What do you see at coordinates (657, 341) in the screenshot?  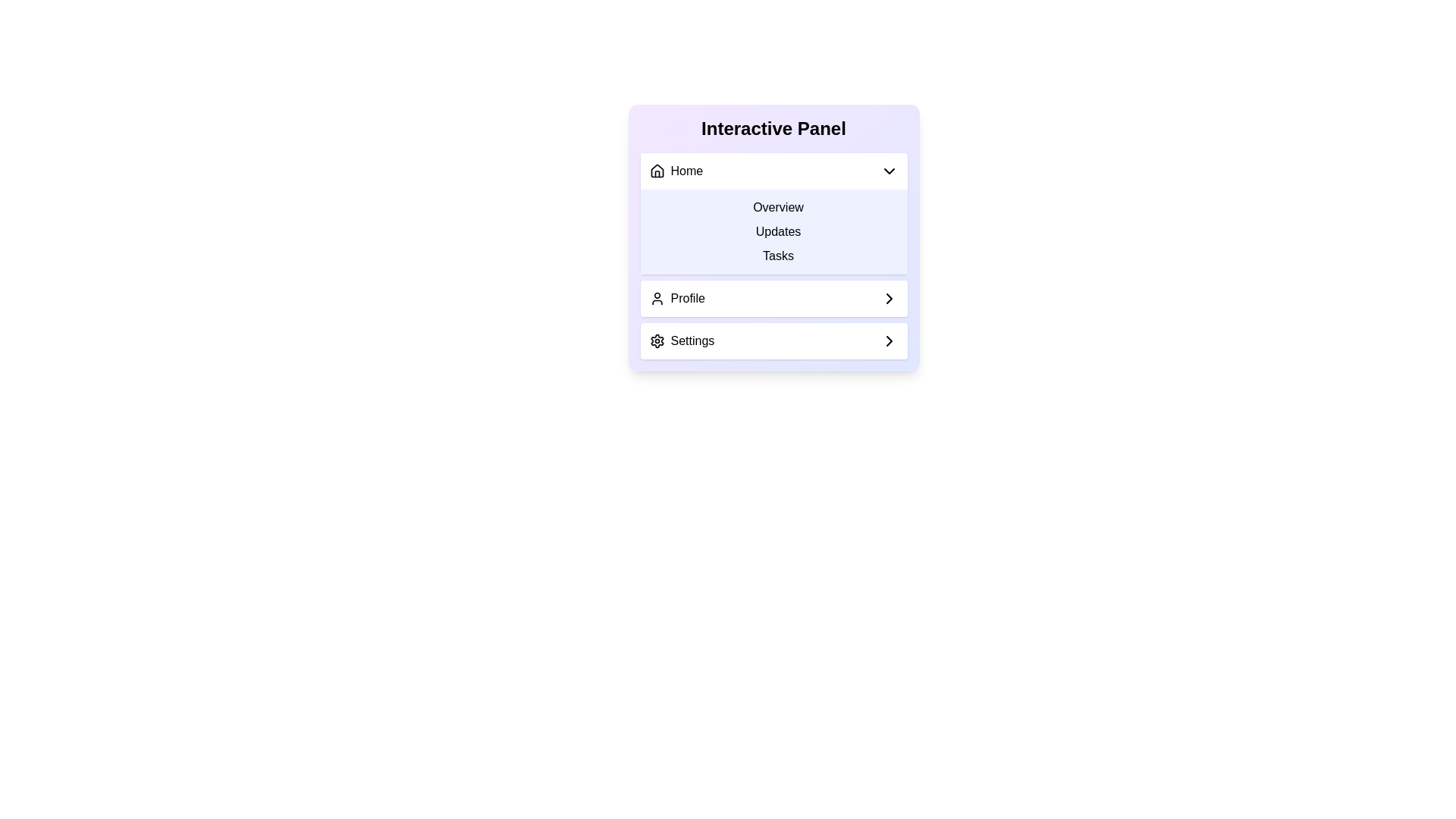 I see `the gear-shaped settings icon located at the bottom of the interactive panel next to the 'Settings' option` at bounding box center [657, 341].